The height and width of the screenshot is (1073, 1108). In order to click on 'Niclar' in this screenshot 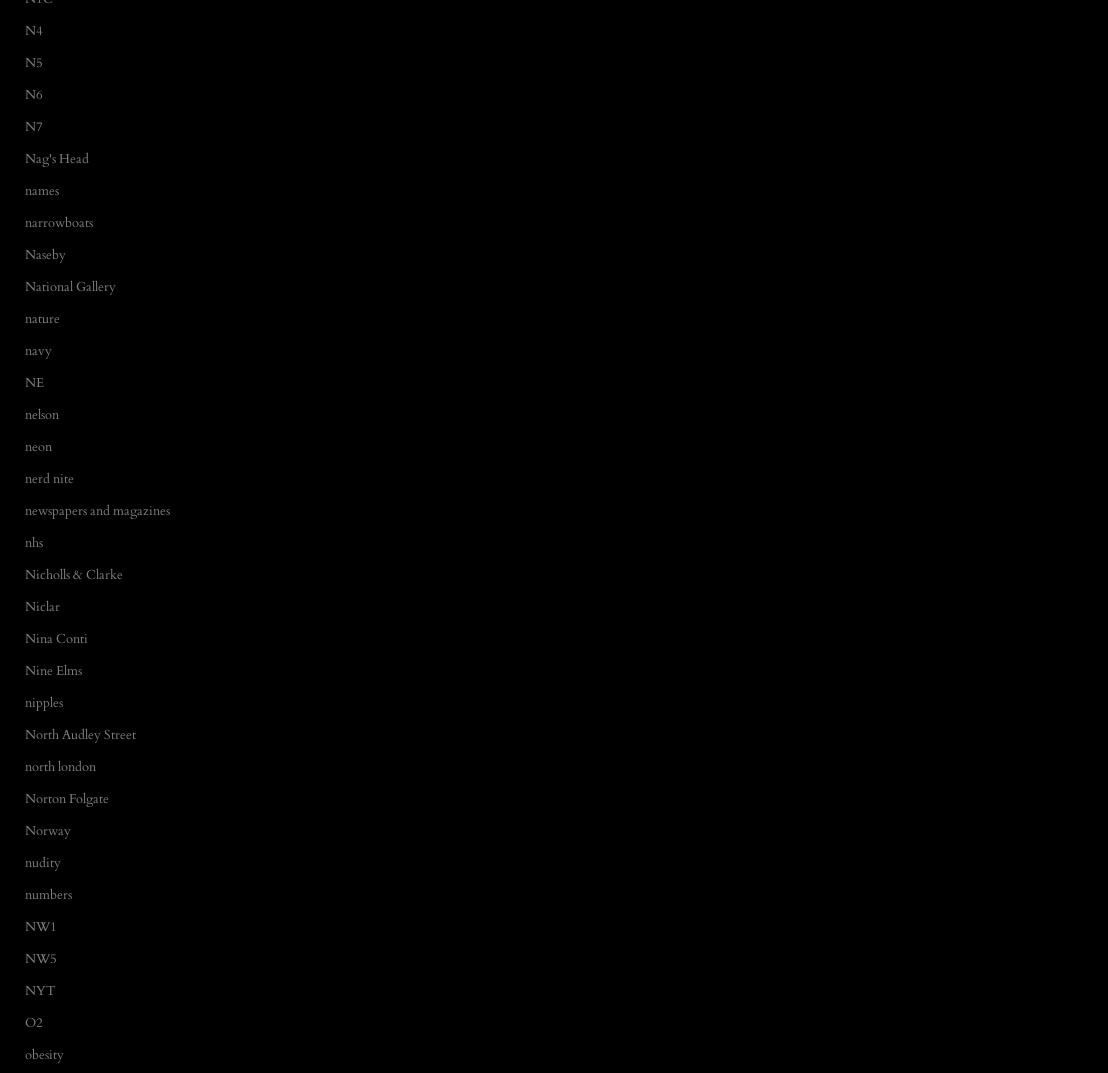, I will do `click(42, 605)`.